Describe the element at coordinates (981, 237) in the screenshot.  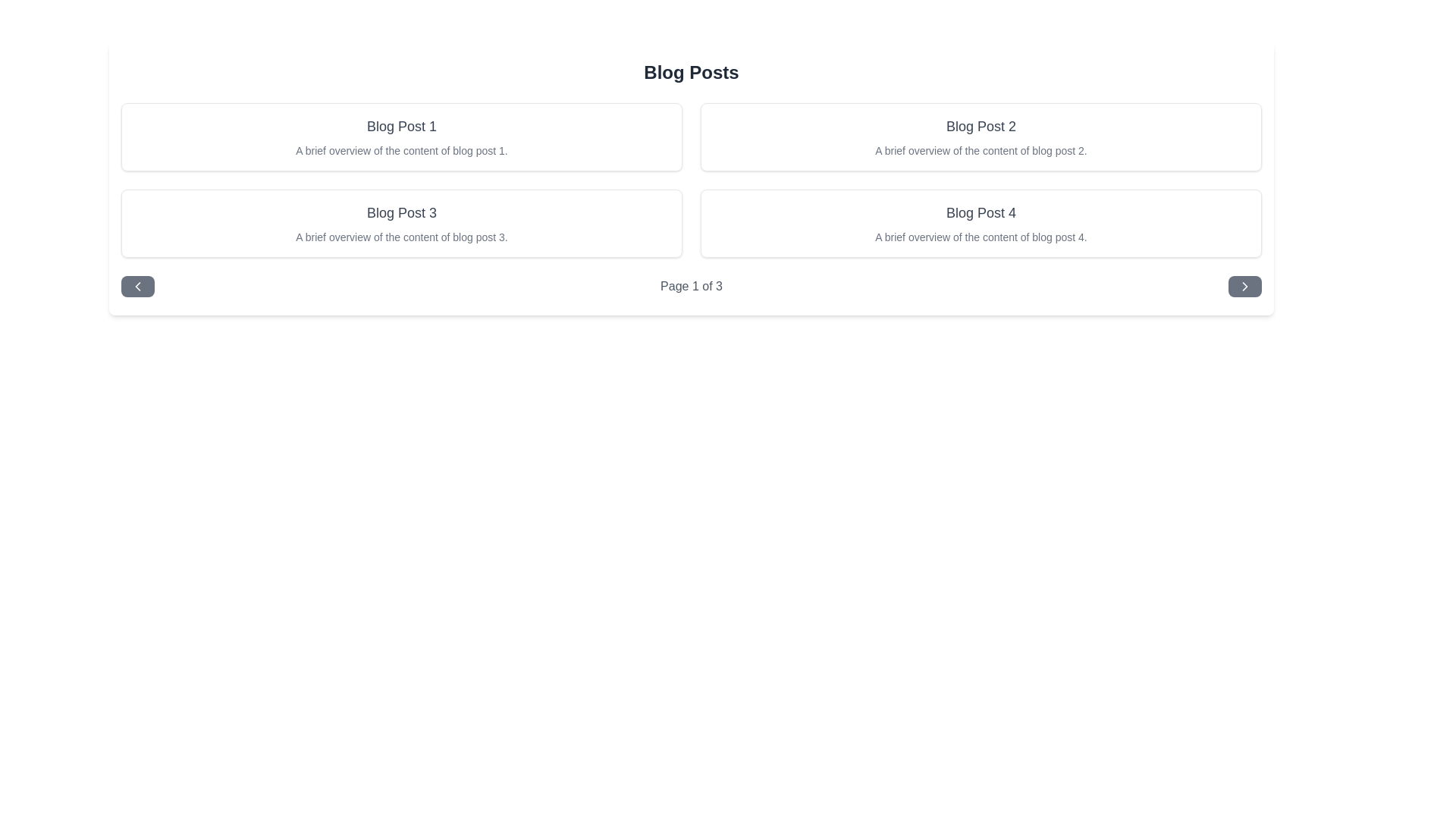
I see `text label located under the heading 'Blog Post 4' in the bottom-right card of the interface, which provides a summary or short description of the content associated with that card` at that location.